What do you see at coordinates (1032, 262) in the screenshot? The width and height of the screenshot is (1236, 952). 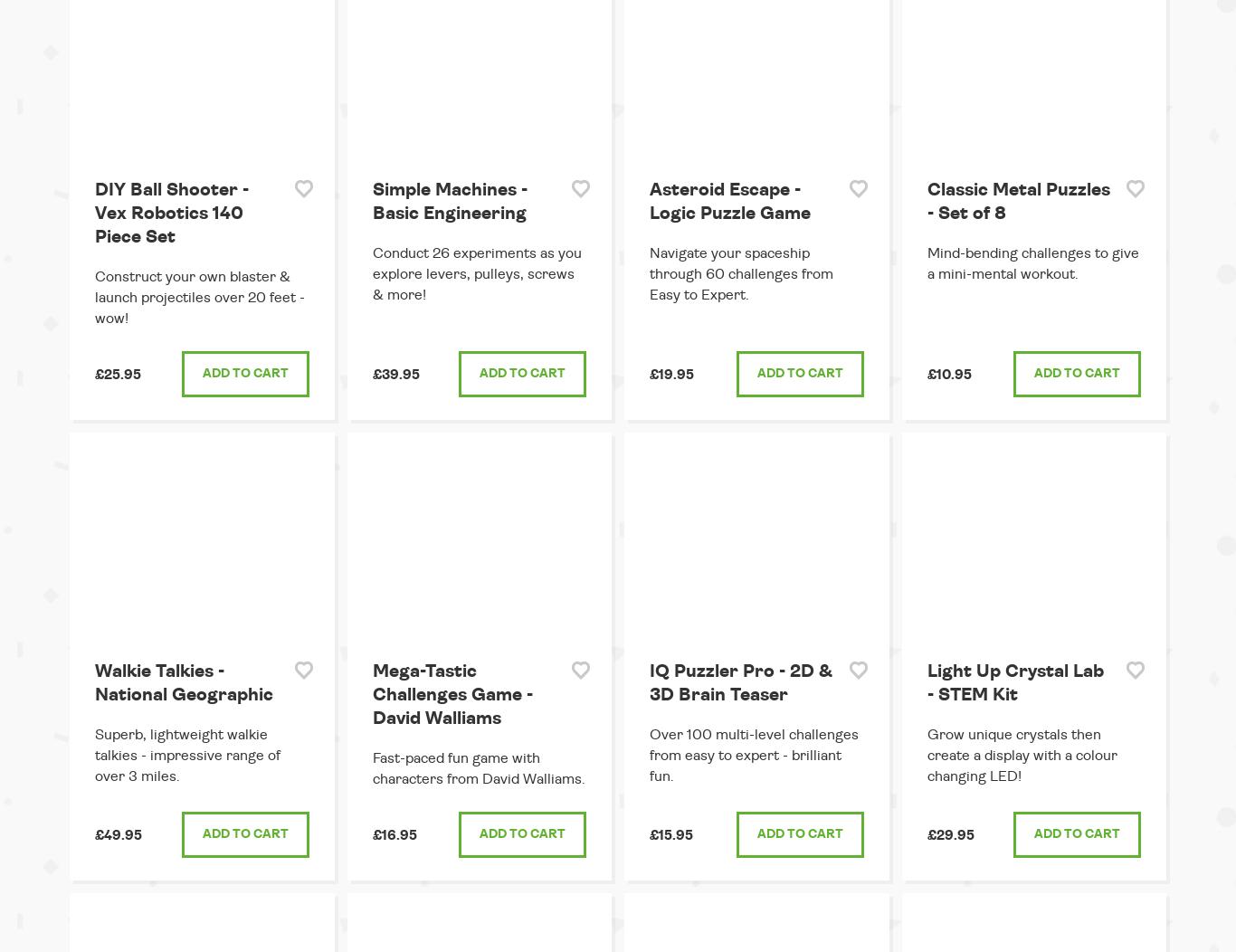 I see `'Mind-bending challenges to give a mini-mental workout.'` at bounding box center [1032, 262].